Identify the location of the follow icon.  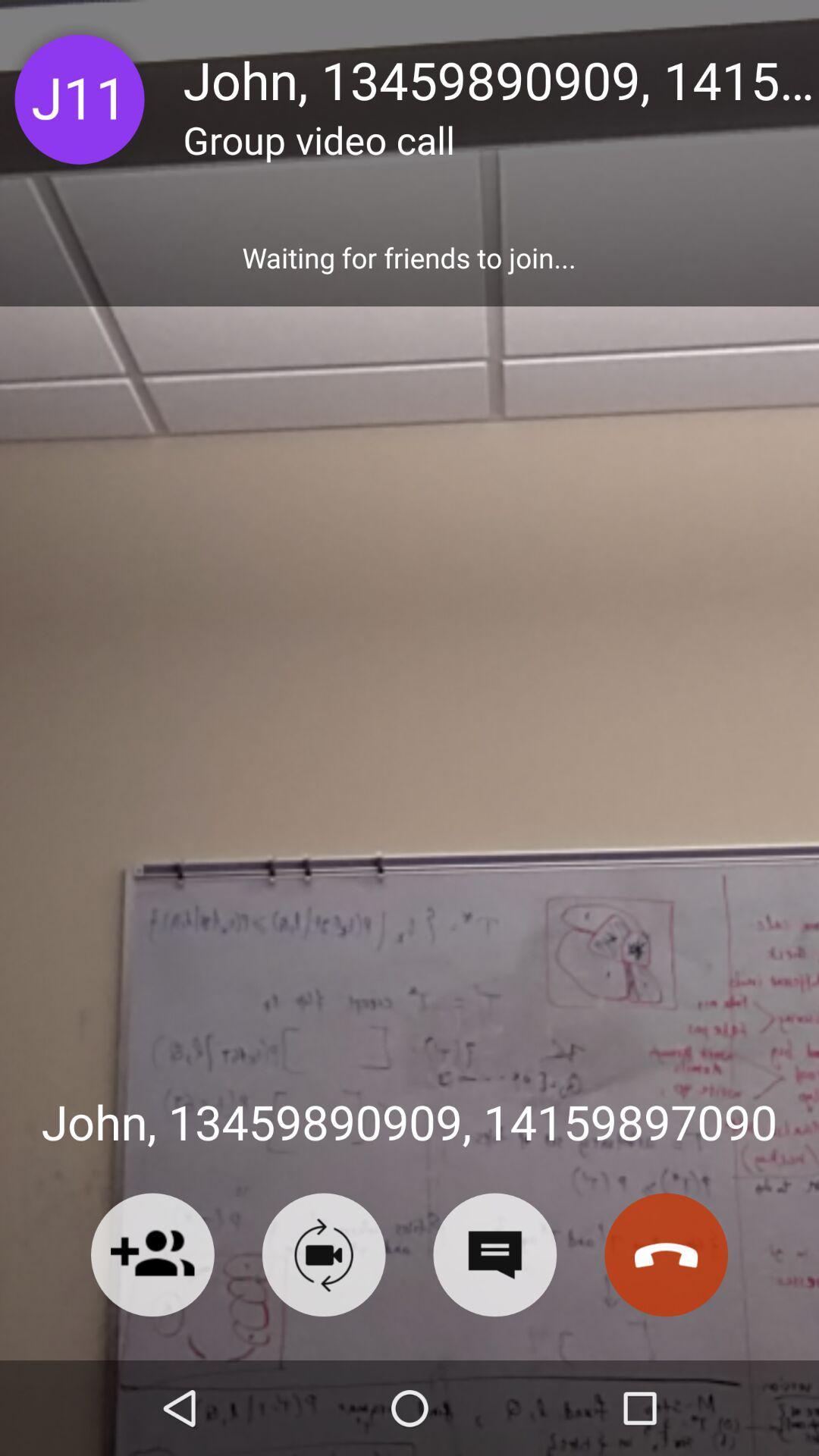
(152, 1254).